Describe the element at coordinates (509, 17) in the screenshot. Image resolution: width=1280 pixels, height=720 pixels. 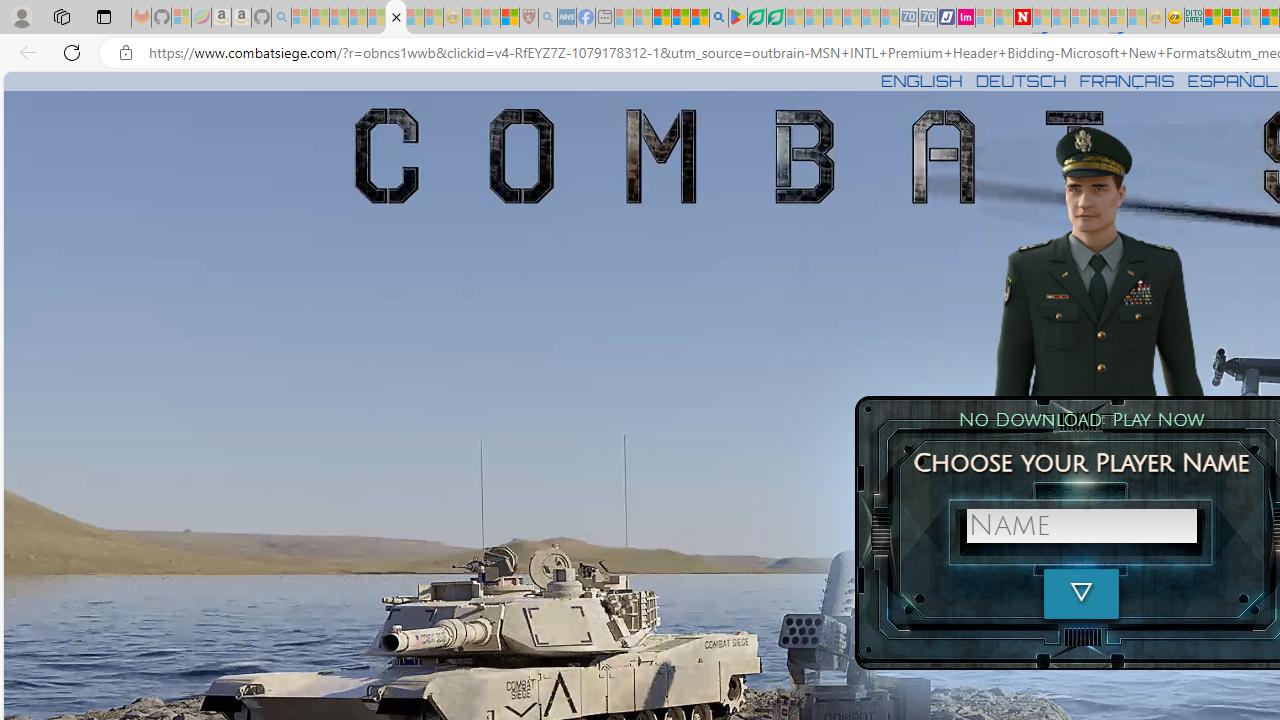
I see `'Local - MSN'` at that location.